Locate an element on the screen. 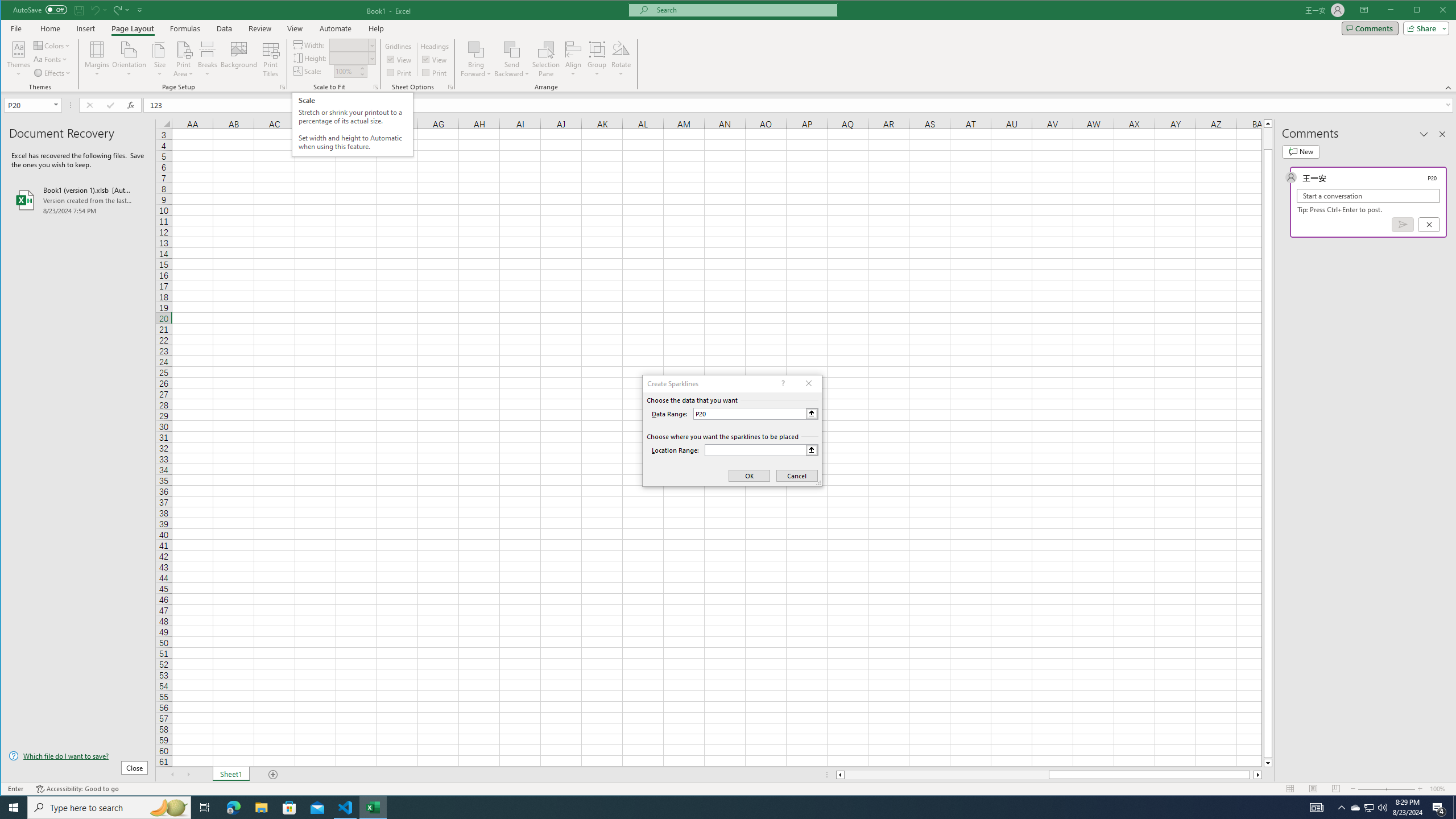 This screenshot has height=819, width=1456. 'New comment' is located at coordinates (1300, 152).